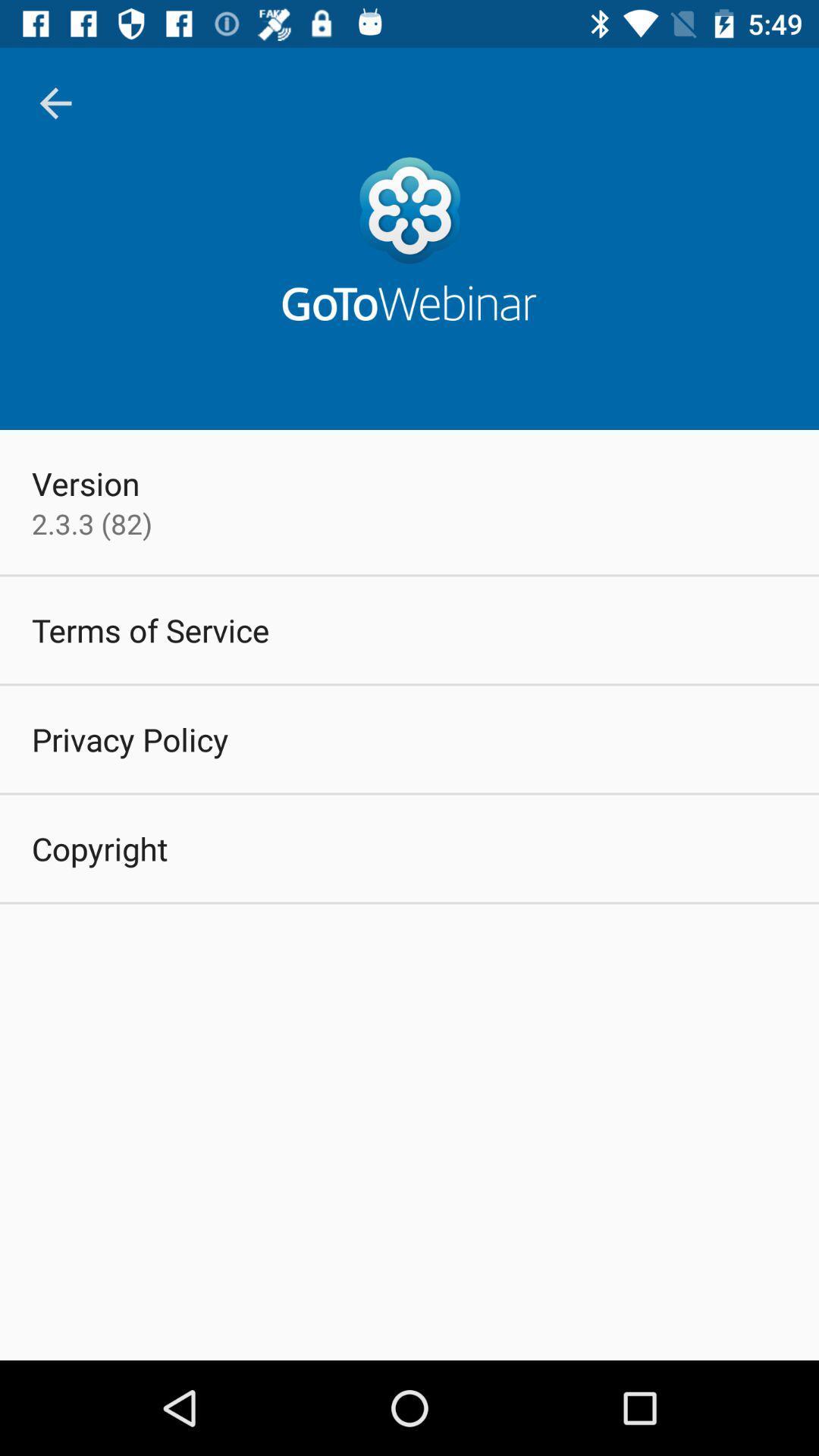 Image resolution: width=819 pixels, height=1456 pixels. What do you see at coordinates (86, 482) in the screenshot?
I see `the version icon` at bounding box center [86, 482].